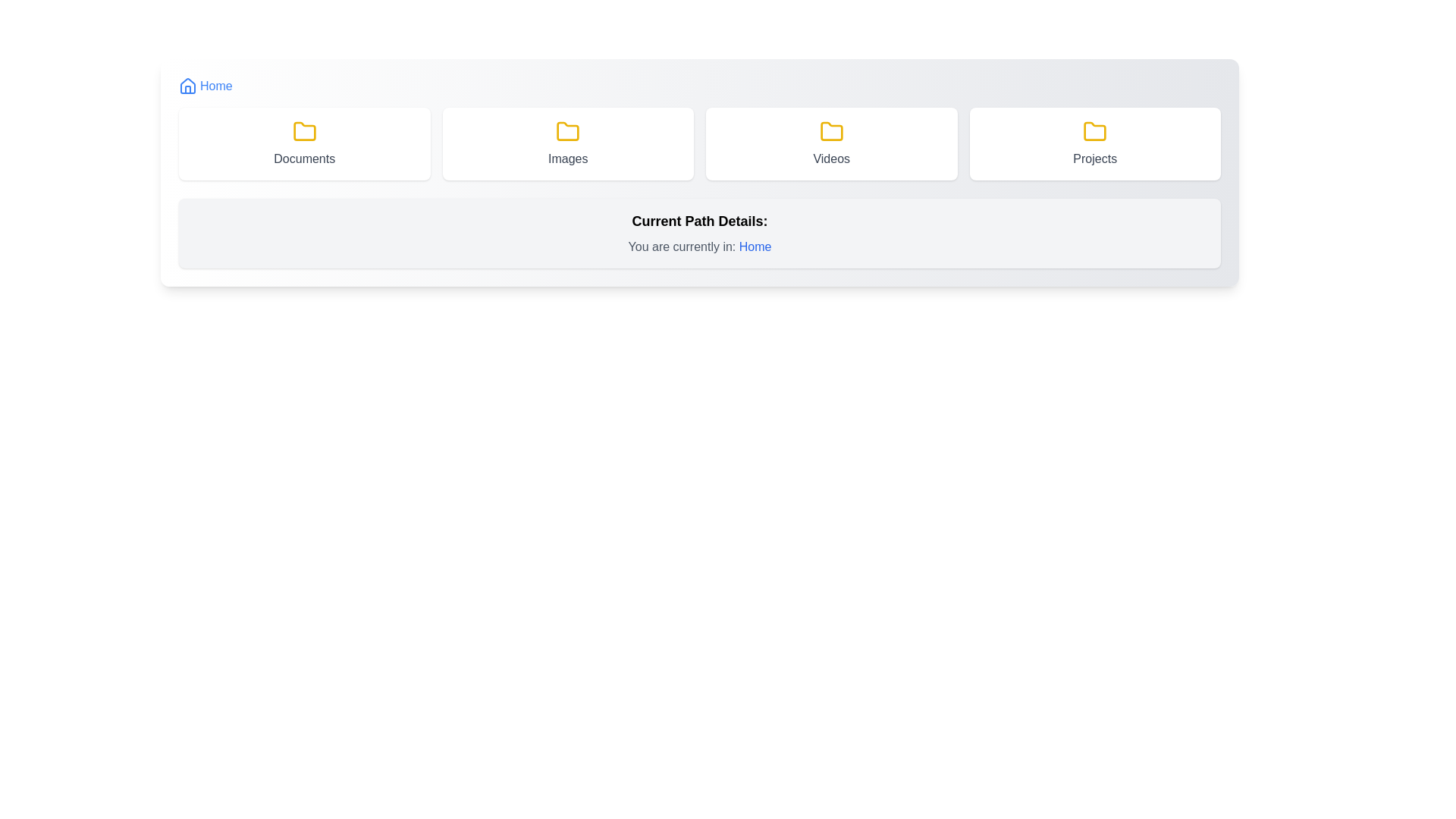 The image size is (1456, 819). I want to click on the 'Images' button, which is a card-style component featuring a yellow folder icon and the word 'Images' underneath it, positioned in a horizontal grid between 'Documents' and 'Videos', so click(567, 143).